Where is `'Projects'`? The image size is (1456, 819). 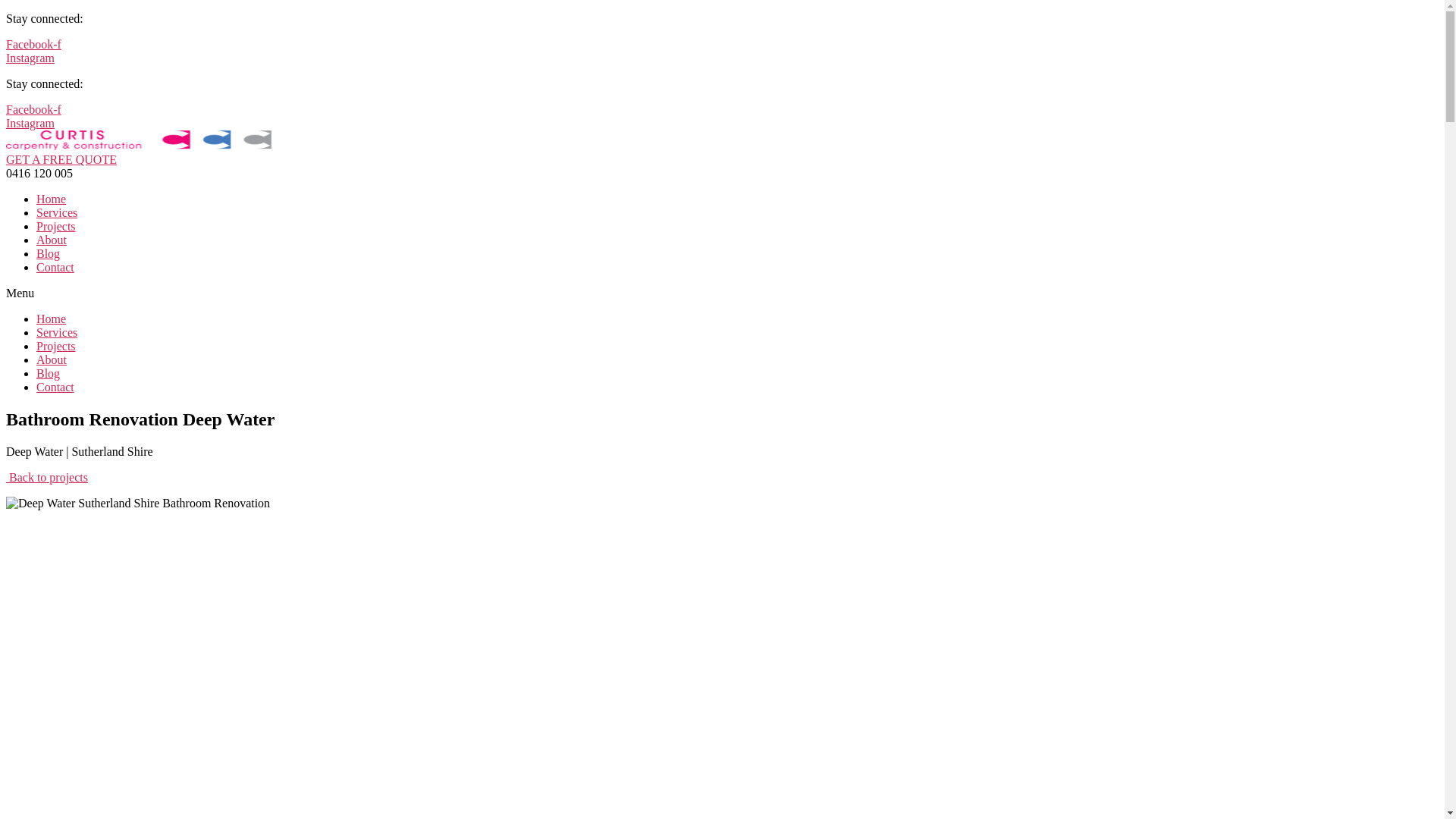
'Projects' is located at coordinates (55, 346).